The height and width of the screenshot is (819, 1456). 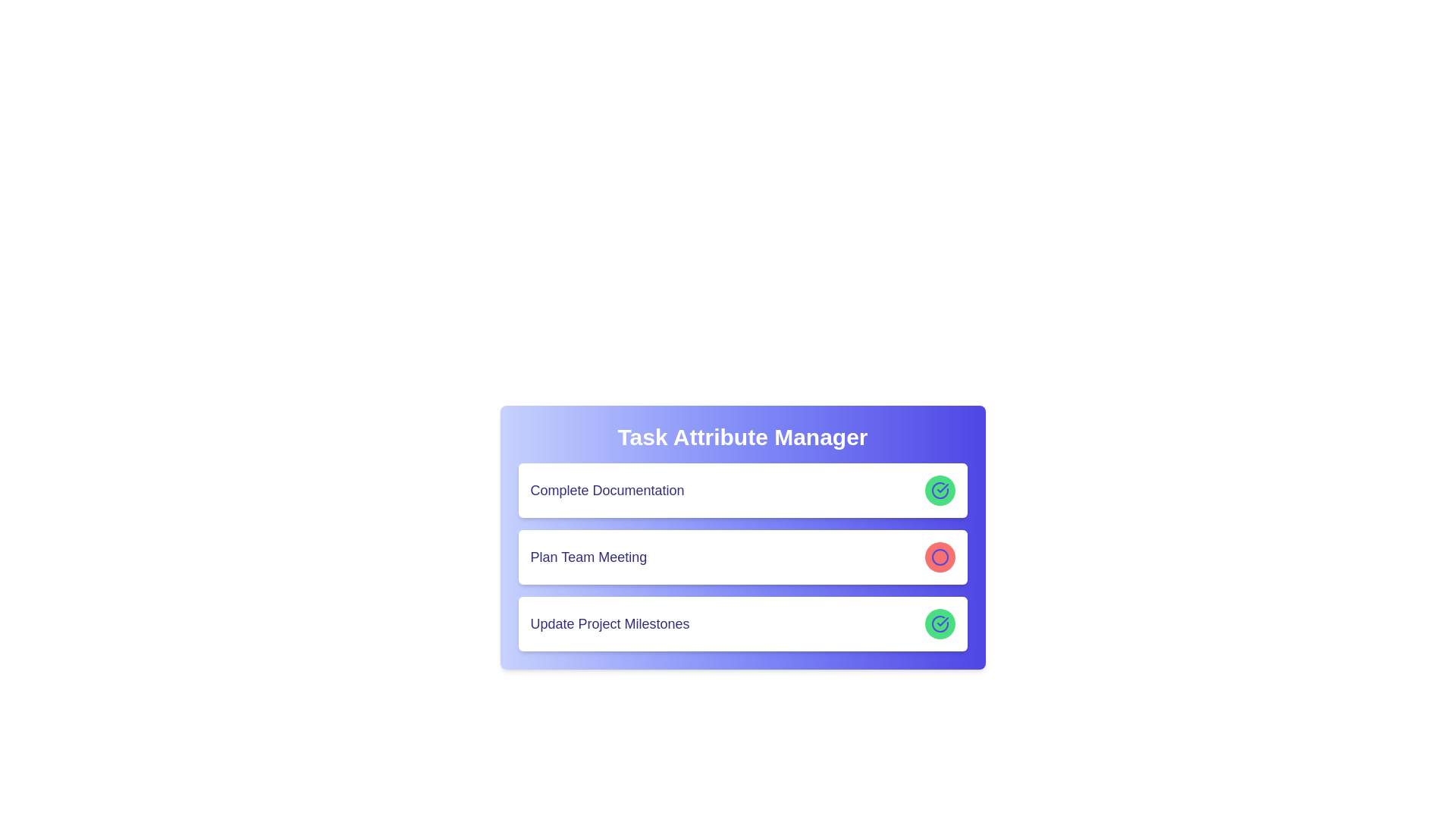 What do you see at coordinates (939, 557) in the screenshot?
I see `the circular status indicator icon associated with the 'Plan Team Meeting' task` at bounding box center [939, 557].